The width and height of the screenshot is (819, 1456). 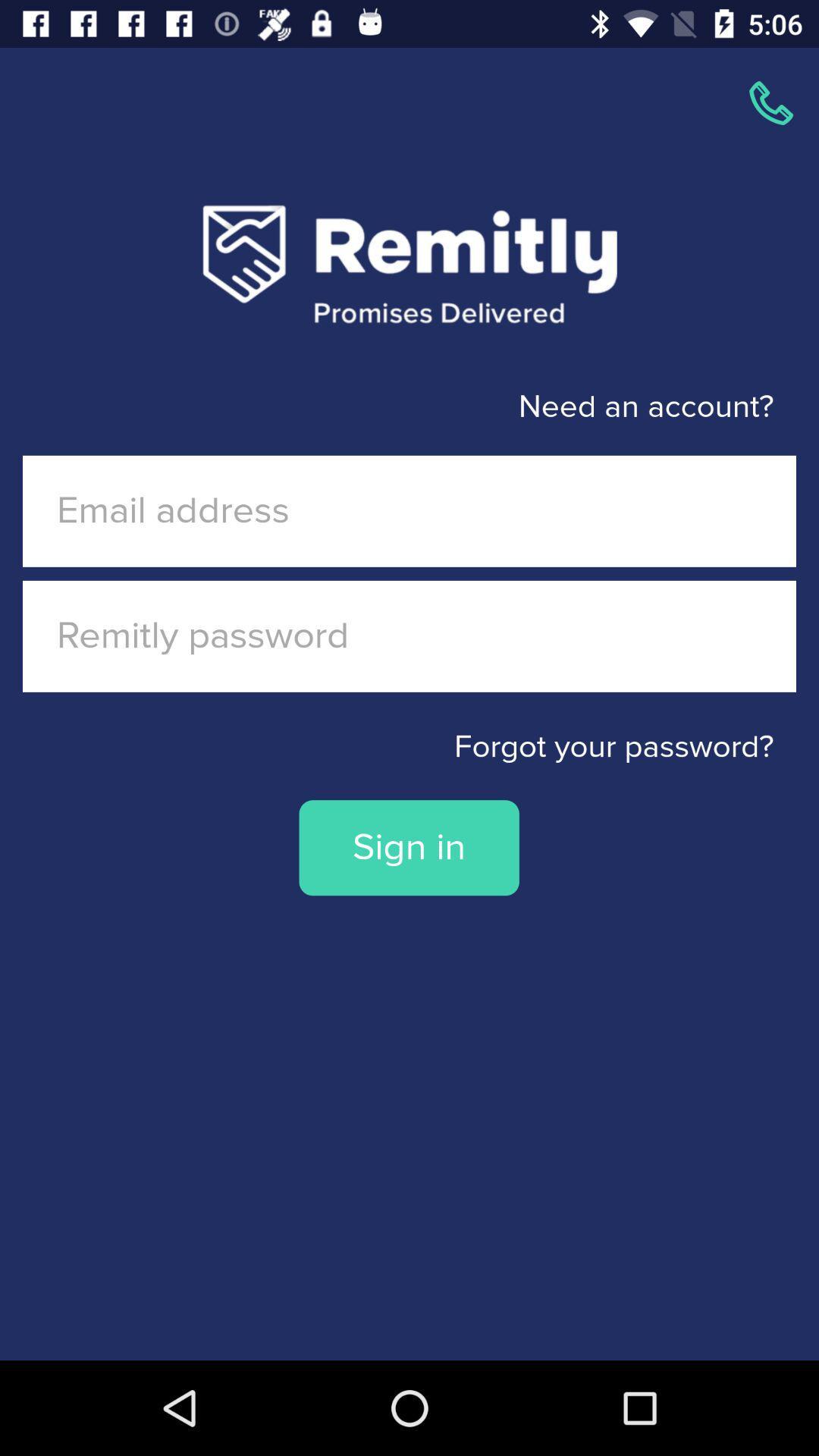 I want to click on need an account? icon, so click(x=386, y=407).